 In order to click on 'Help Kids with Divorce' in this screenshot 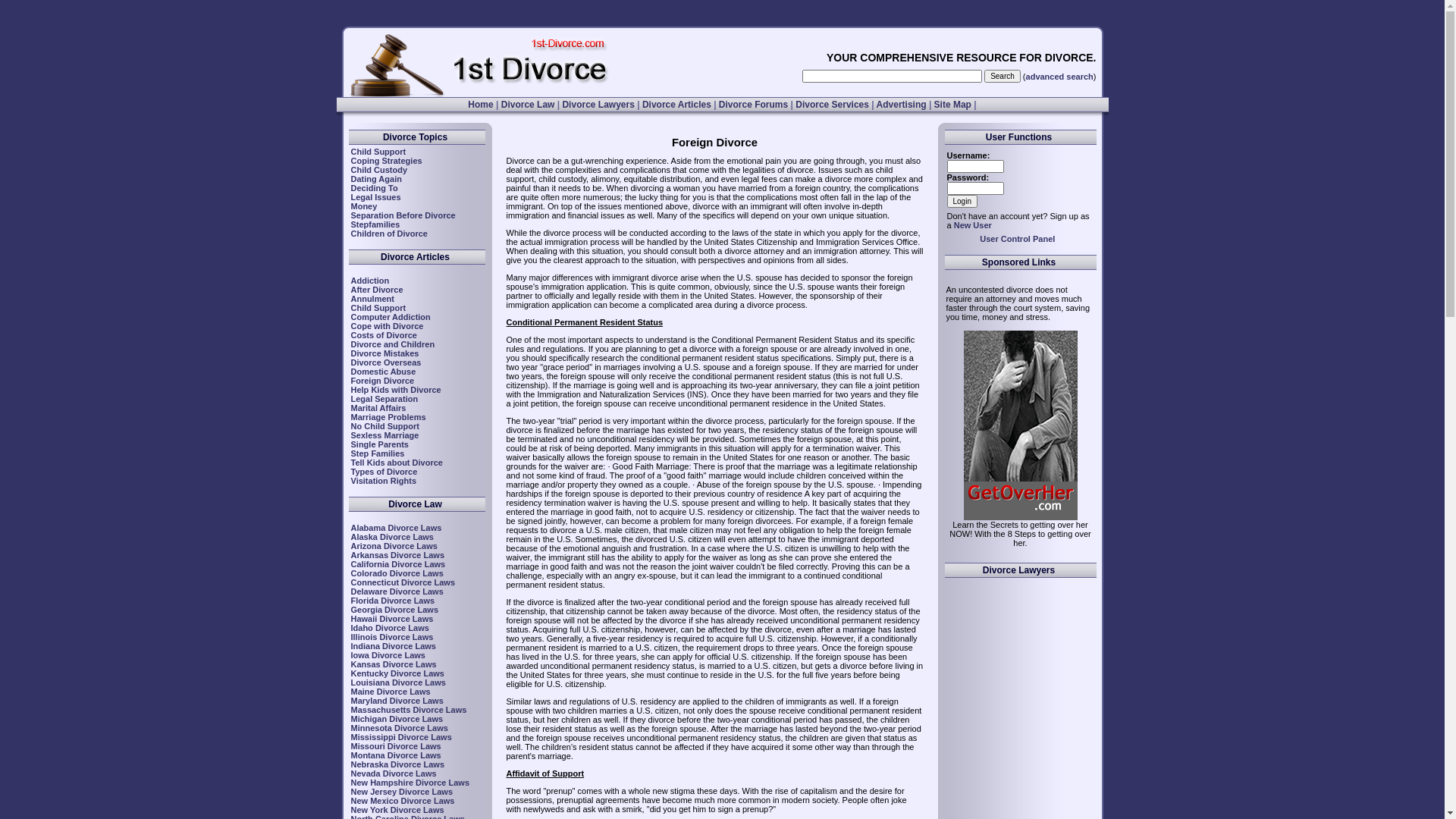, I will do `click(349, 388)`.